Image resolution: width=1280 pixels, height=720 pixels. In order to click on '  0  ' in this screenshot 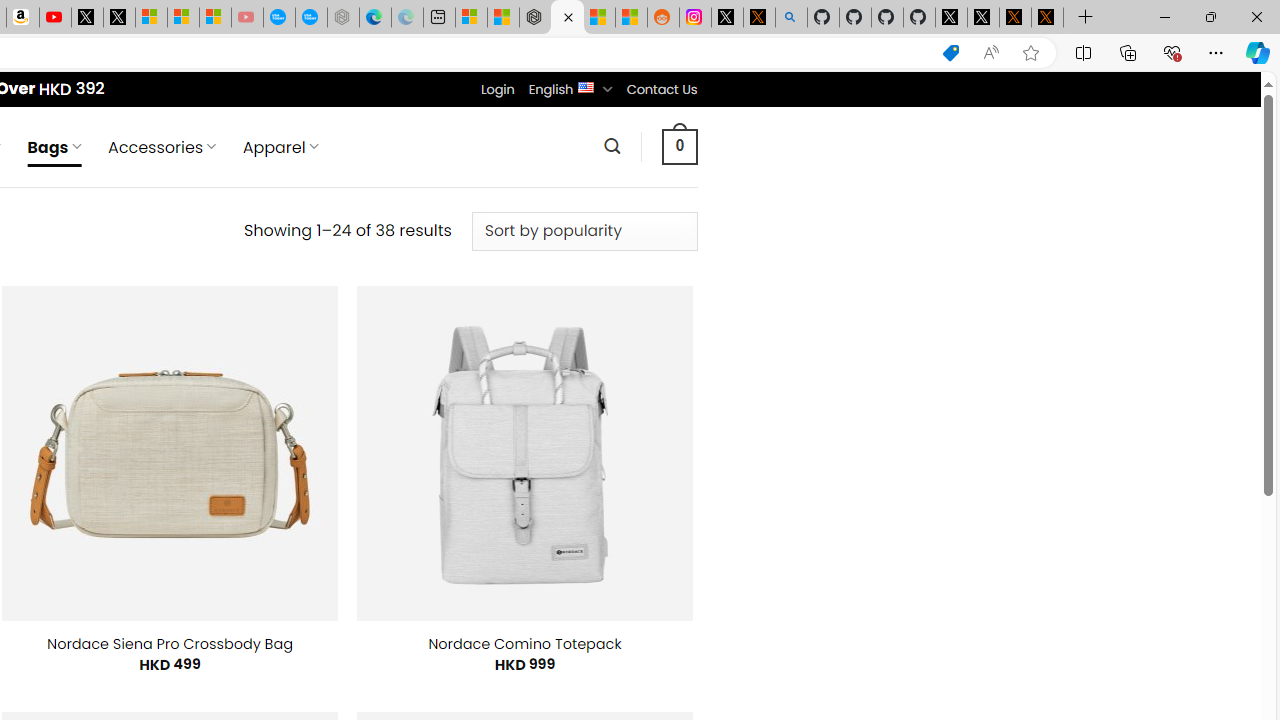, I will do `click(679, 145)`.